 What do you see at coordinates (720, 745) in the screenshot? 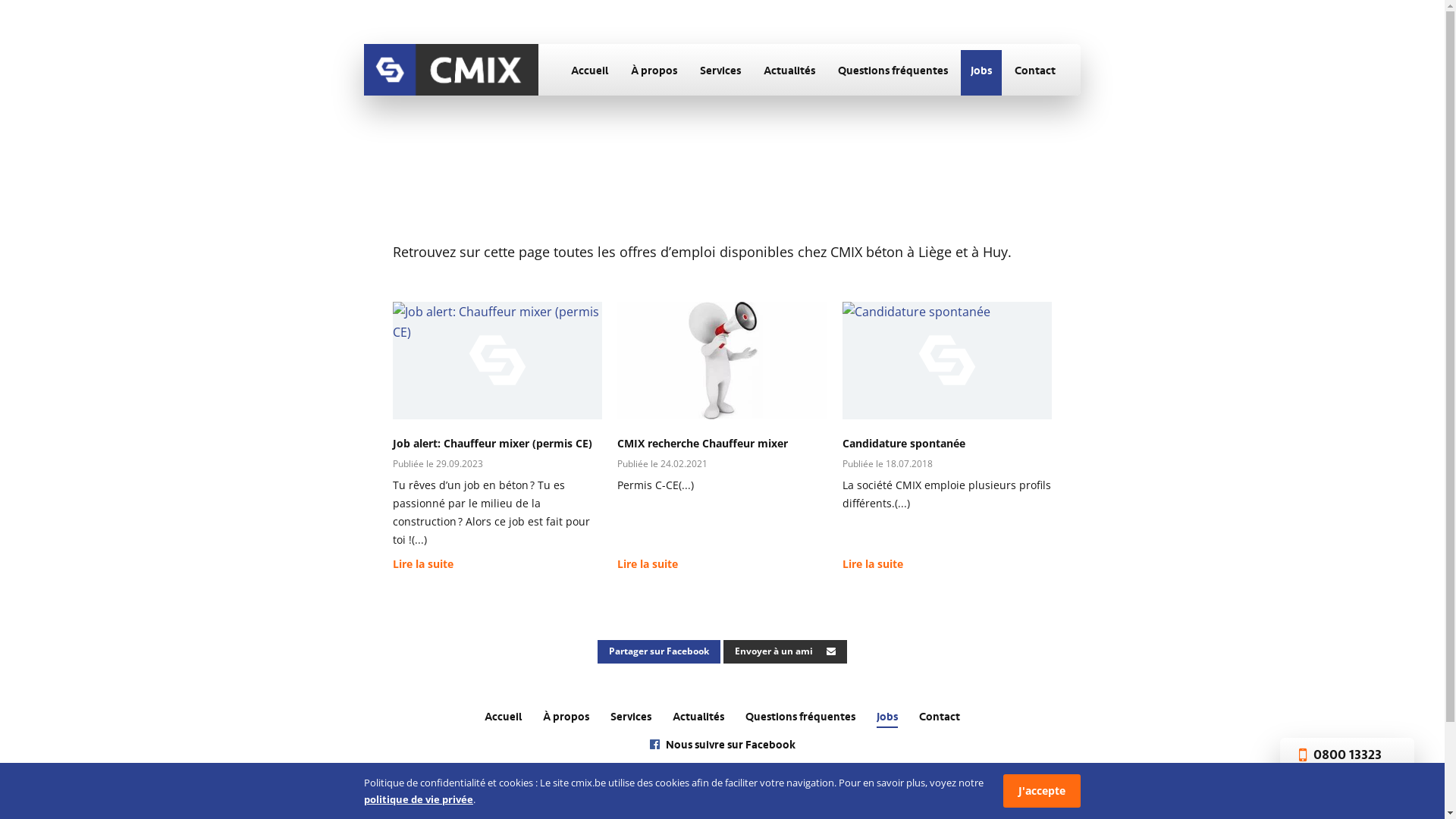
I see `'Nous suivre sur Facebook'` at bounding box center [720, 745].